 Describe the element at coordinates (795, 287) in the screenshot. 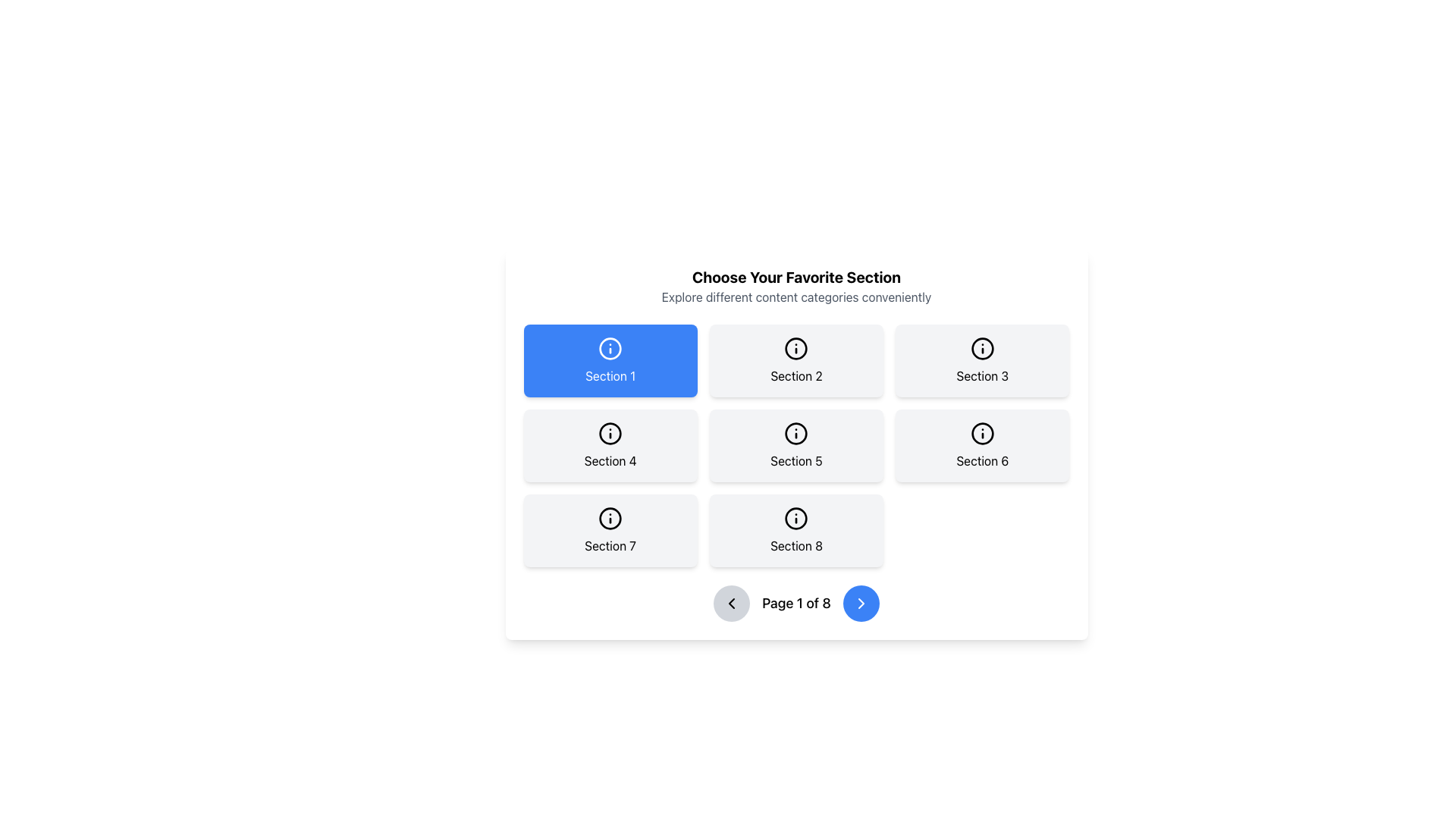

I see `the header text block located at the top of the central card layout, which provides context for the card's selectable options` at that location.